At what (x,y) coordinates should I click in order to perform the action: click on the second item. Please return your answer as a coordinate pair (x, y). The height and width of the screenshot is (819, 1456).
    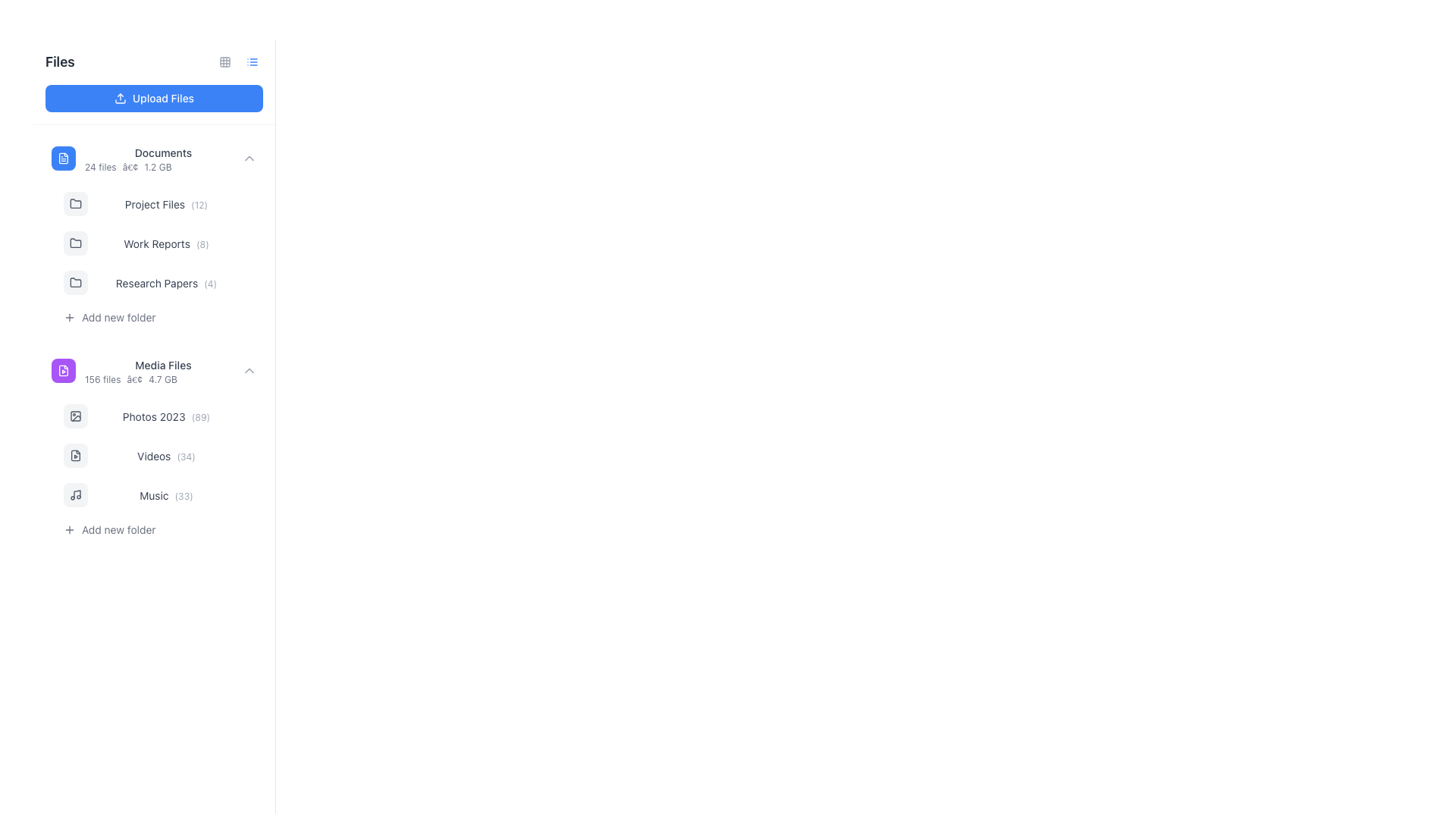
    Looking at the image, I should click on (160, 470).